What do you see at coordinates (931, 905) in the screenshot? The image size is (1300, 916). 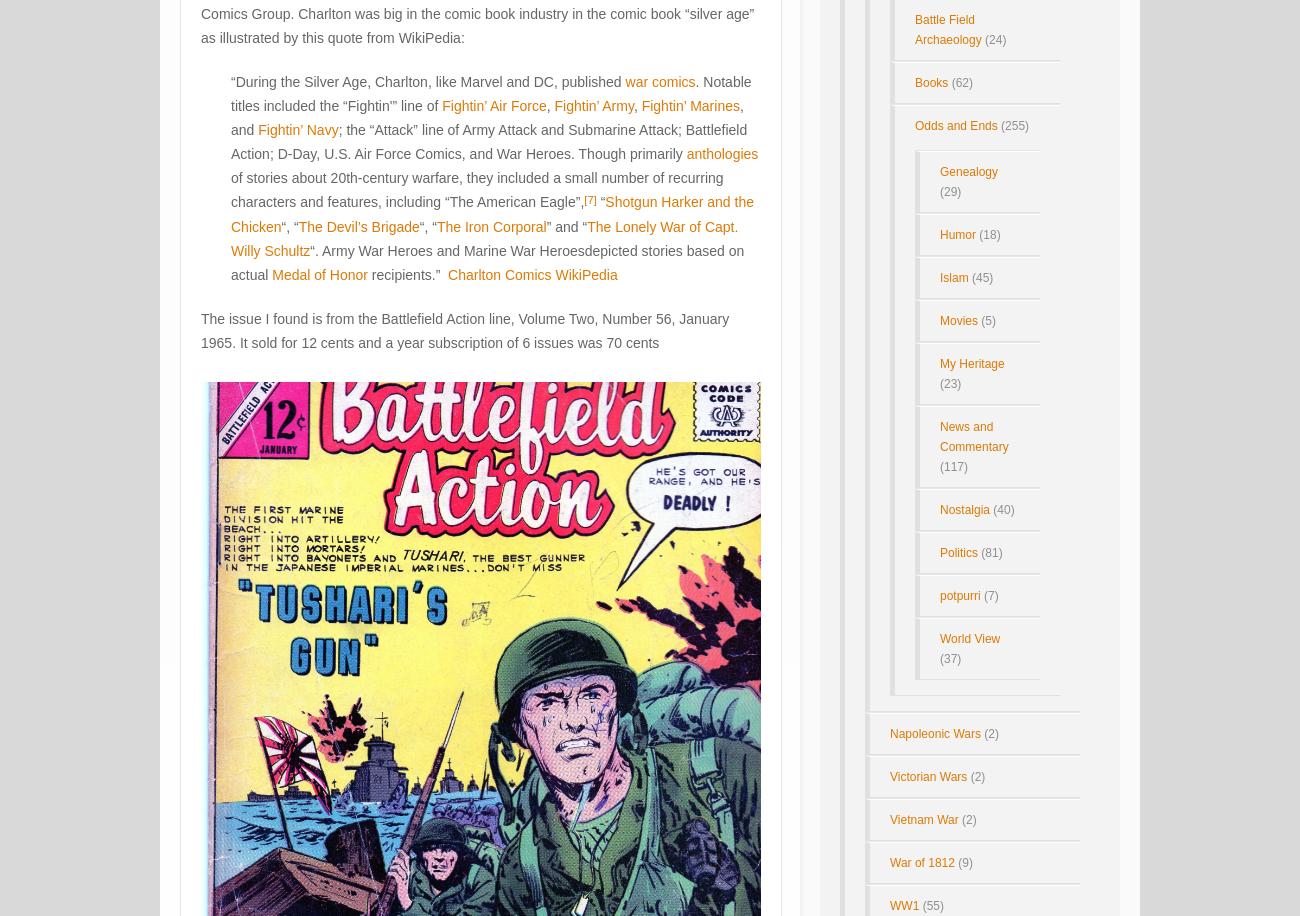 I see `'(55)'` at bounding box center [931, 905].